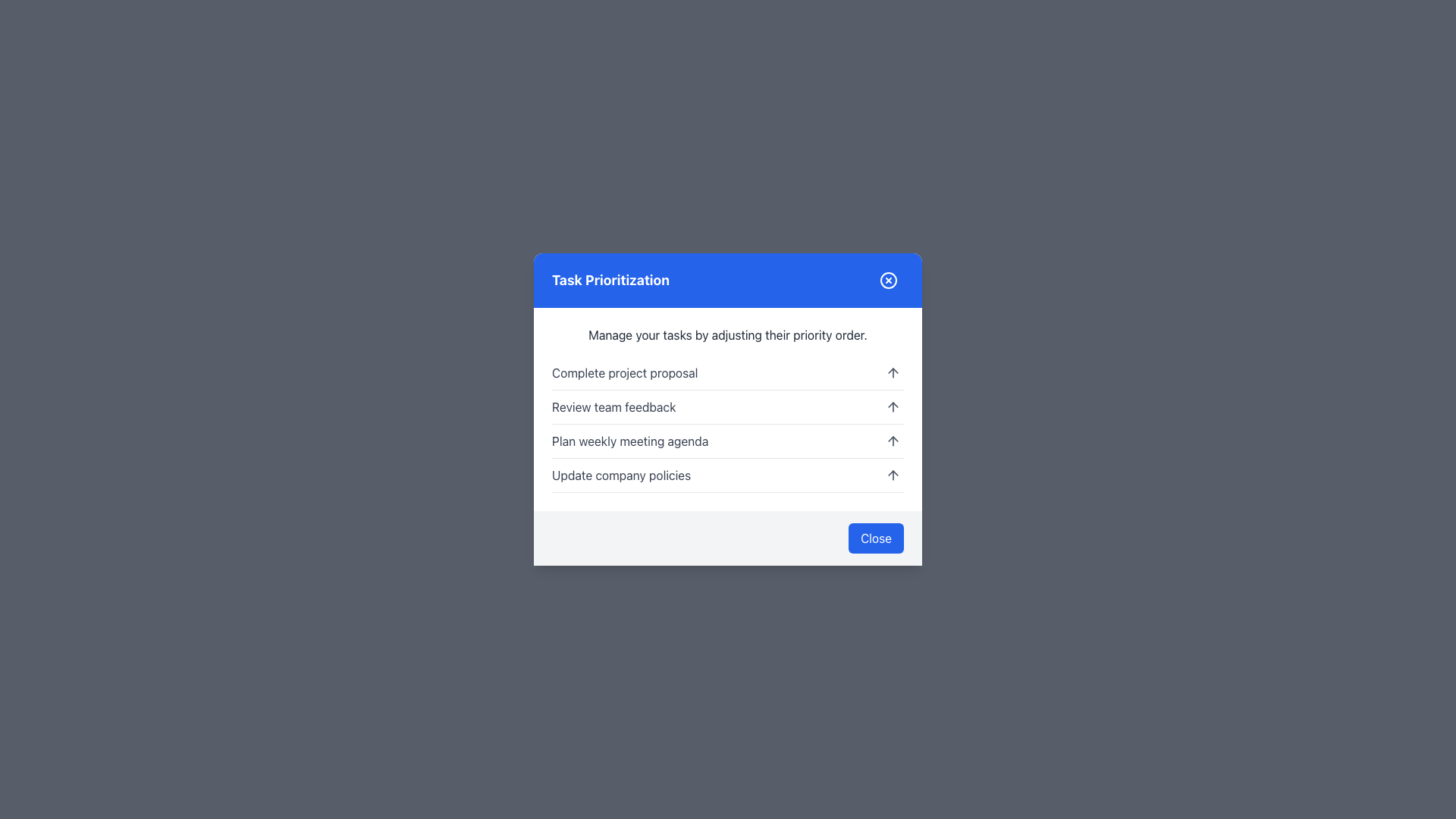 The image size is (1456, 819). What do you see at coordinates (893, 441) in the screenshot?
I see `the small upward arrow icon in the 'Task Prioritization' dialog, aligned to the rightmost part of the row for 'Plan weekly meeting agenda'` at bounding box center [893, 441].